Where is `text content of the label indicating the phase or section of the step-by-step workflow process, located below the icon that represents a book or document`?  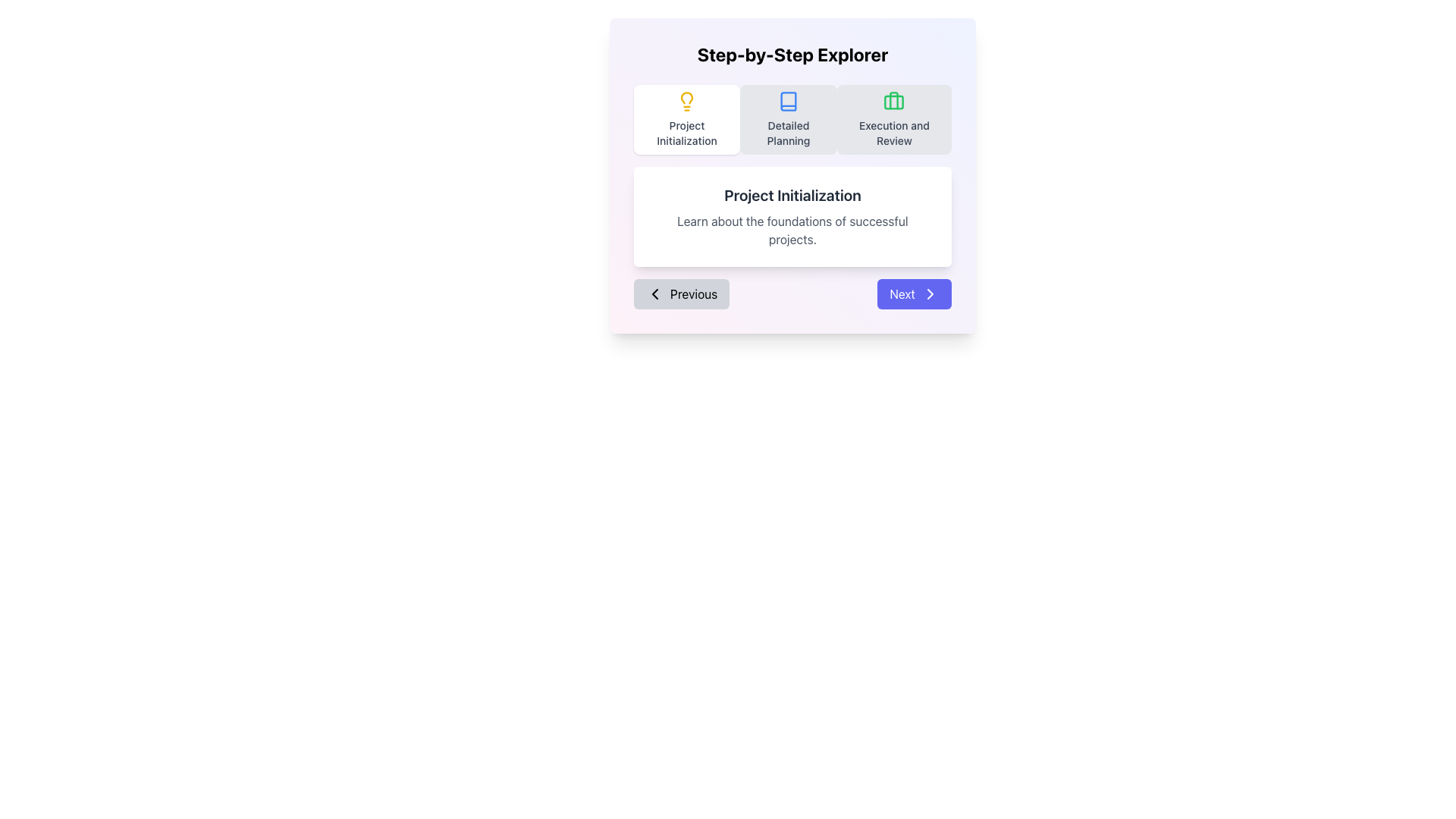 text content of the label indicating the phase or section of the step-by-step workflow process, located below the icon that represents a book or document is located at coordinates (789, 133).